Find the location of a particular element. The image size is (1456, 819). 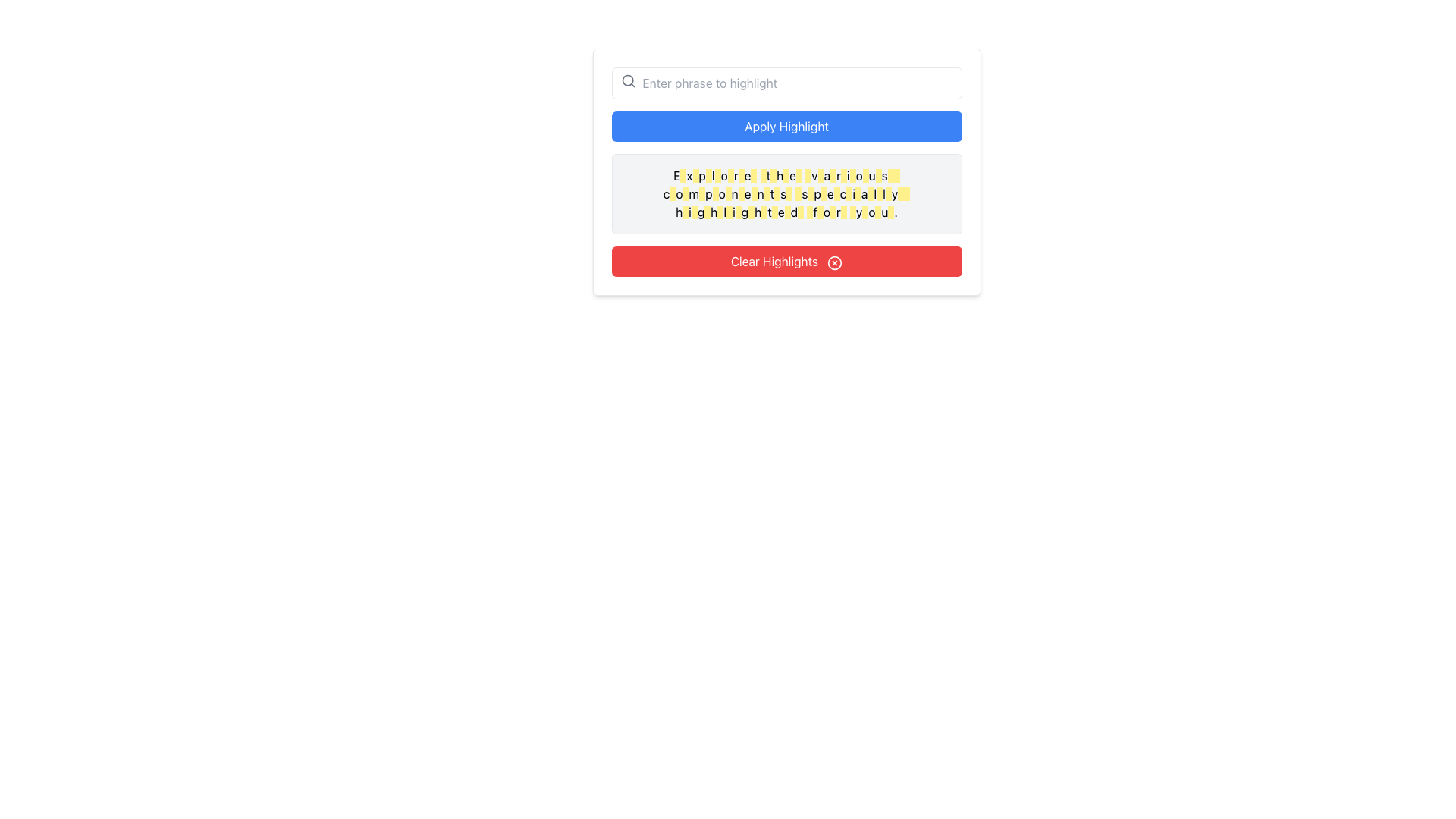

the yellow visual indicator (highlight box) located within the sentence "Explore the various components specially highlighted for you." corresponding to the letter 's' is located at coordinates (777, 193).